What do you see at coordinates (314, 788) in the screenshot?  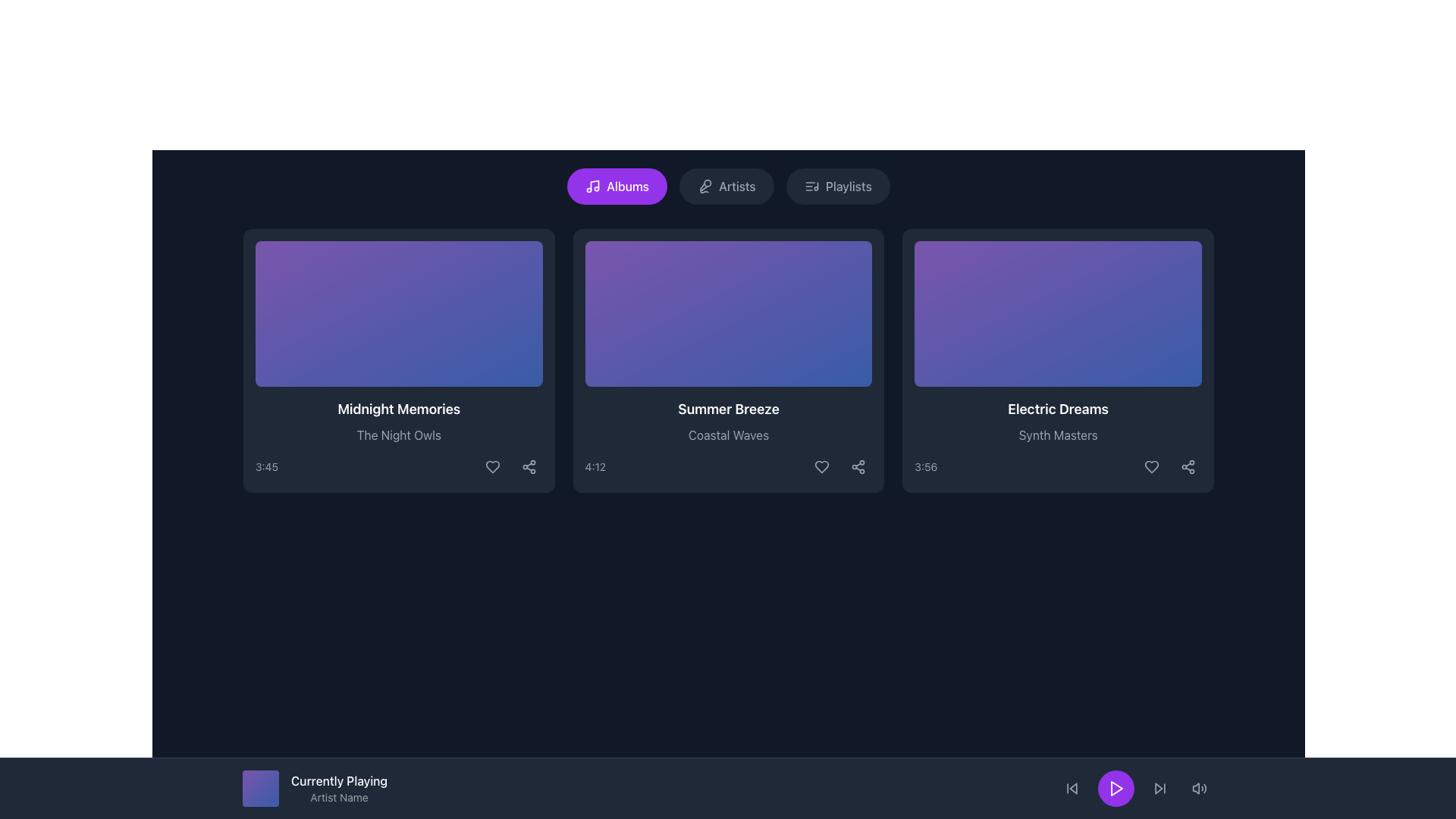 I see `the media playback information display widget located at the center-left side of the bottom navigation bar, which includes an image thumbnail, text labels for track title and artist name` at bounding box center [314, 788].